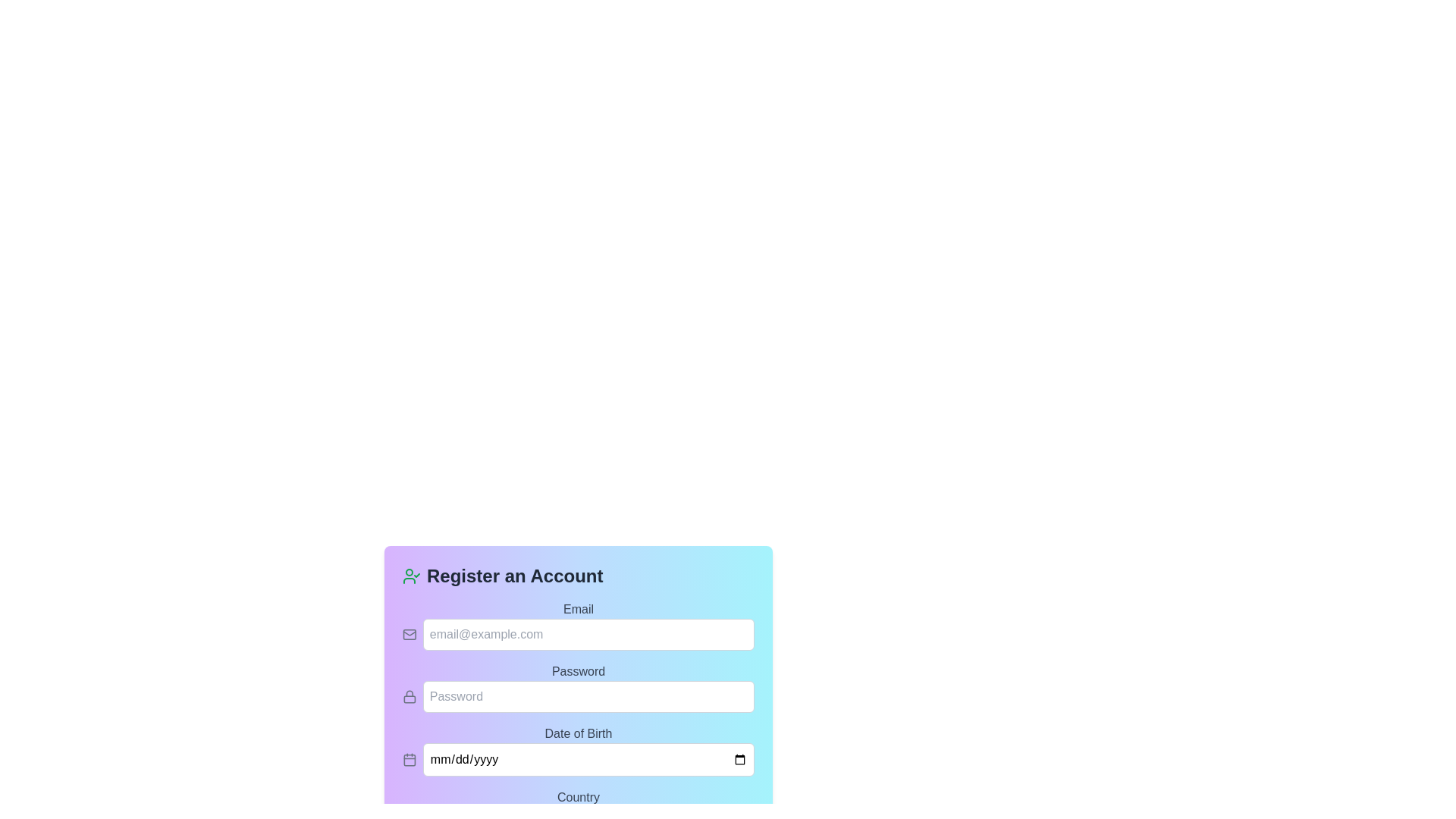 Image resolution: width=1456 pixels, height=819 pixels. What do you see at coordinates (409, 635) in the screenshot?
I see `the email envelope icon located in the top-left corner of the email input field by clicking on it` at bounding box center [409, 635].